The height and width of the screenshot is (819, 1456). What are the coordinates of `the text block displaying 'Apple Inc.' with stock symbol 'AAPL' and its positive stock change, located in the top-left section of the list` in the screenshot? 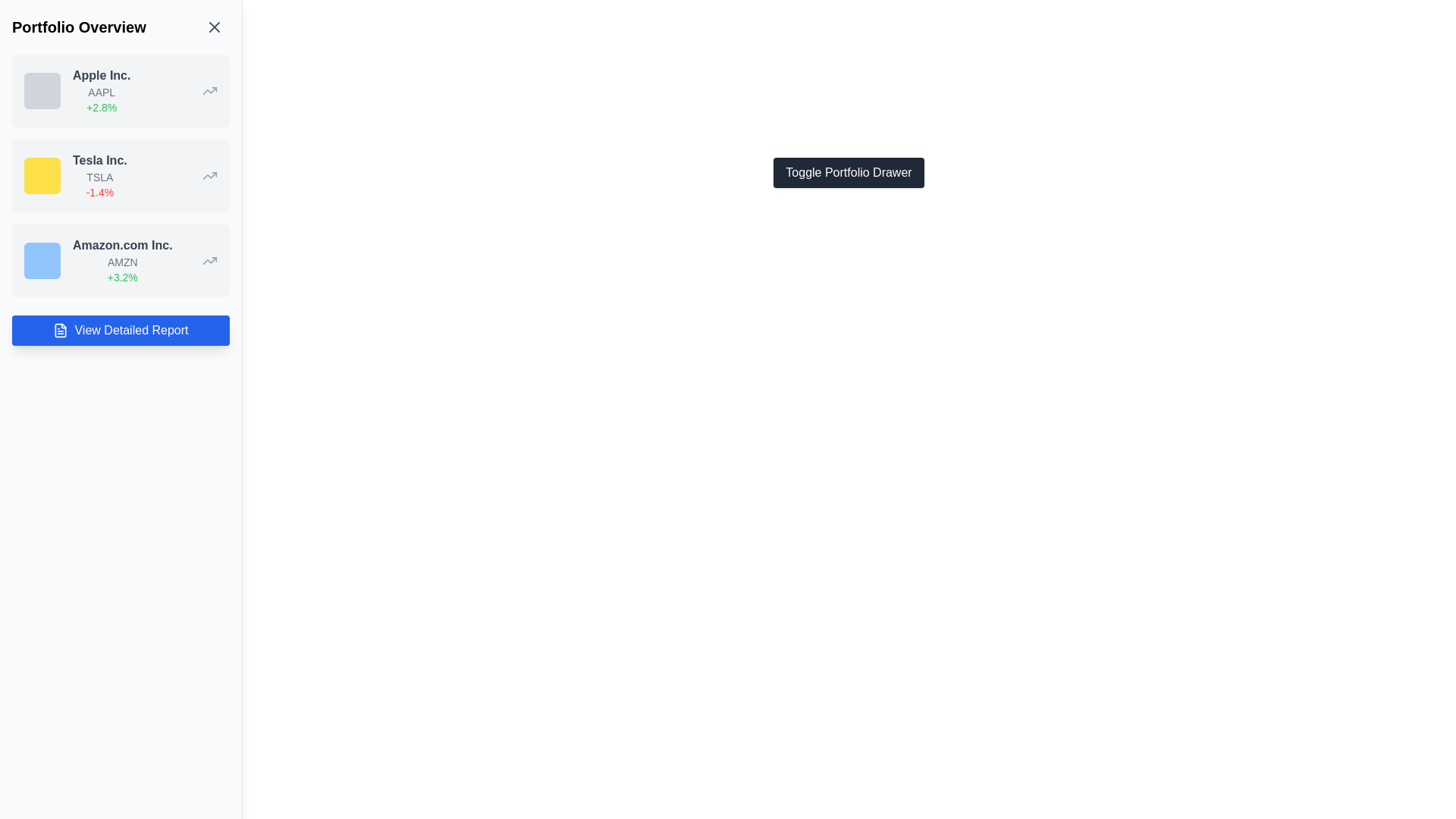 It's located at (101, 90).